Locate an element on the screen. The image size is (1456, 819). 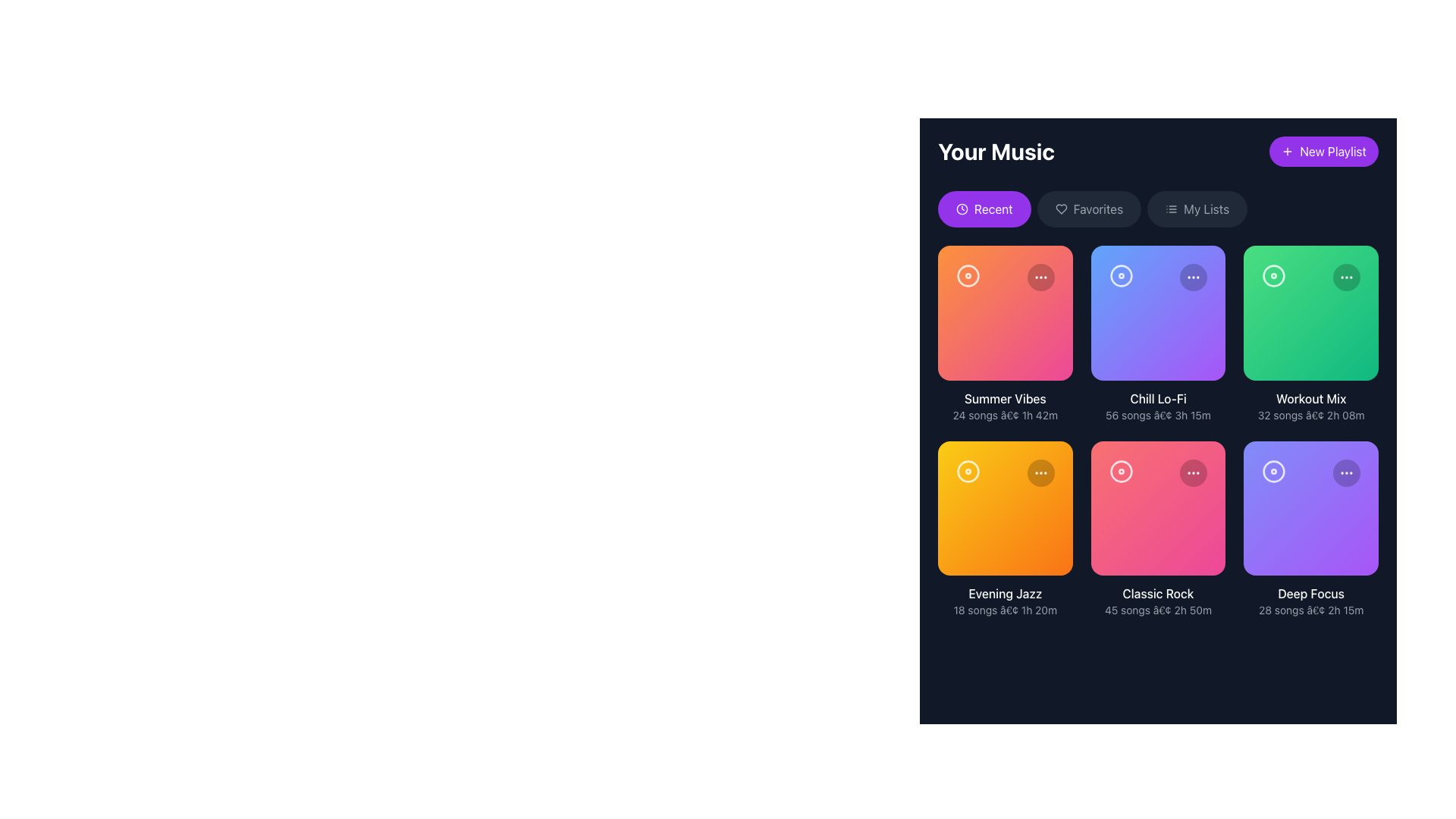
the circular icon with a white outline and transparent filling located is located at coordinates (967, 470).